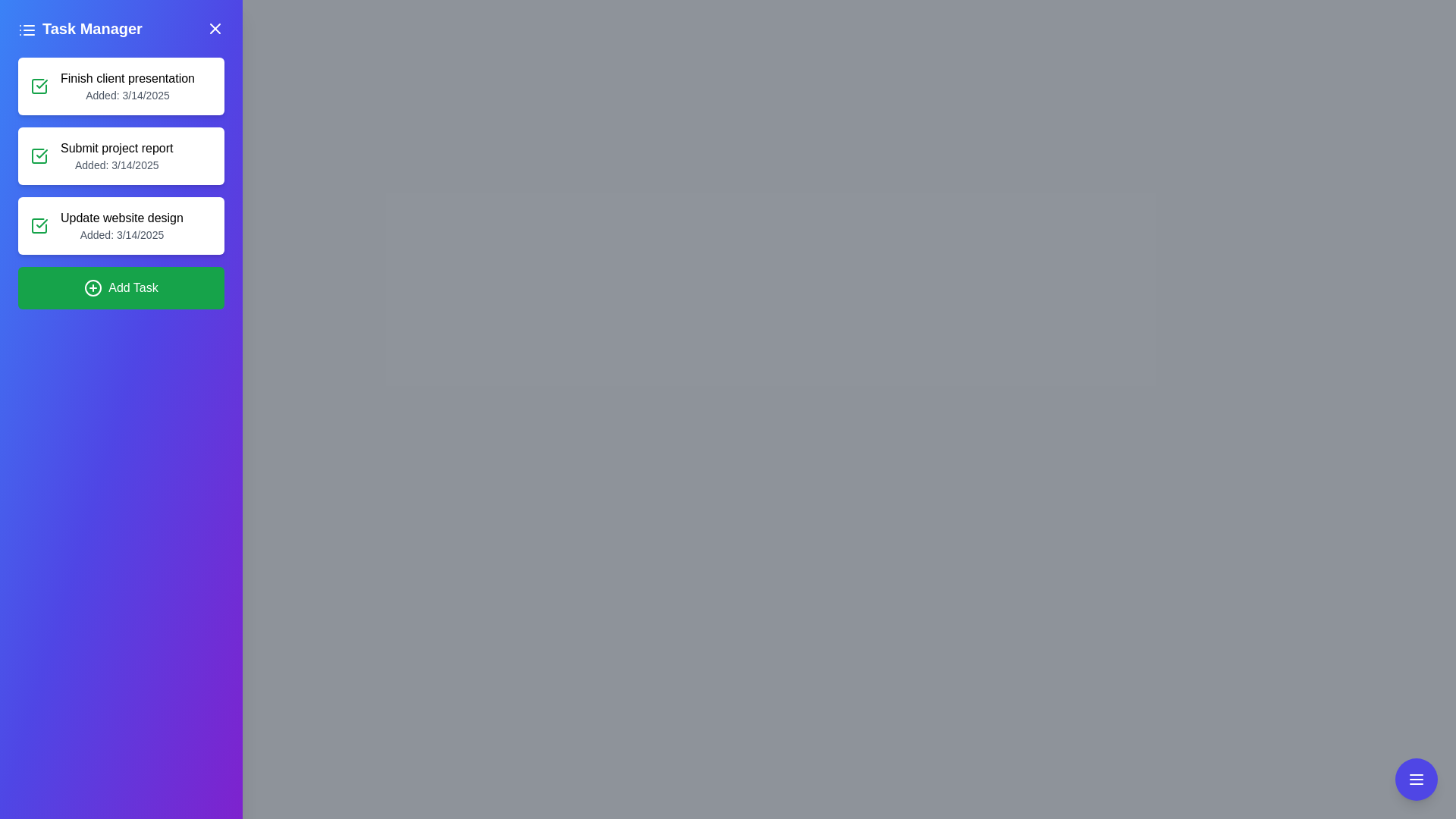 The image size is (1456, 819). I want to click on the text label displaying 'Finish client presentation' in the task management section on the left side of the interface, so click(127, 79).